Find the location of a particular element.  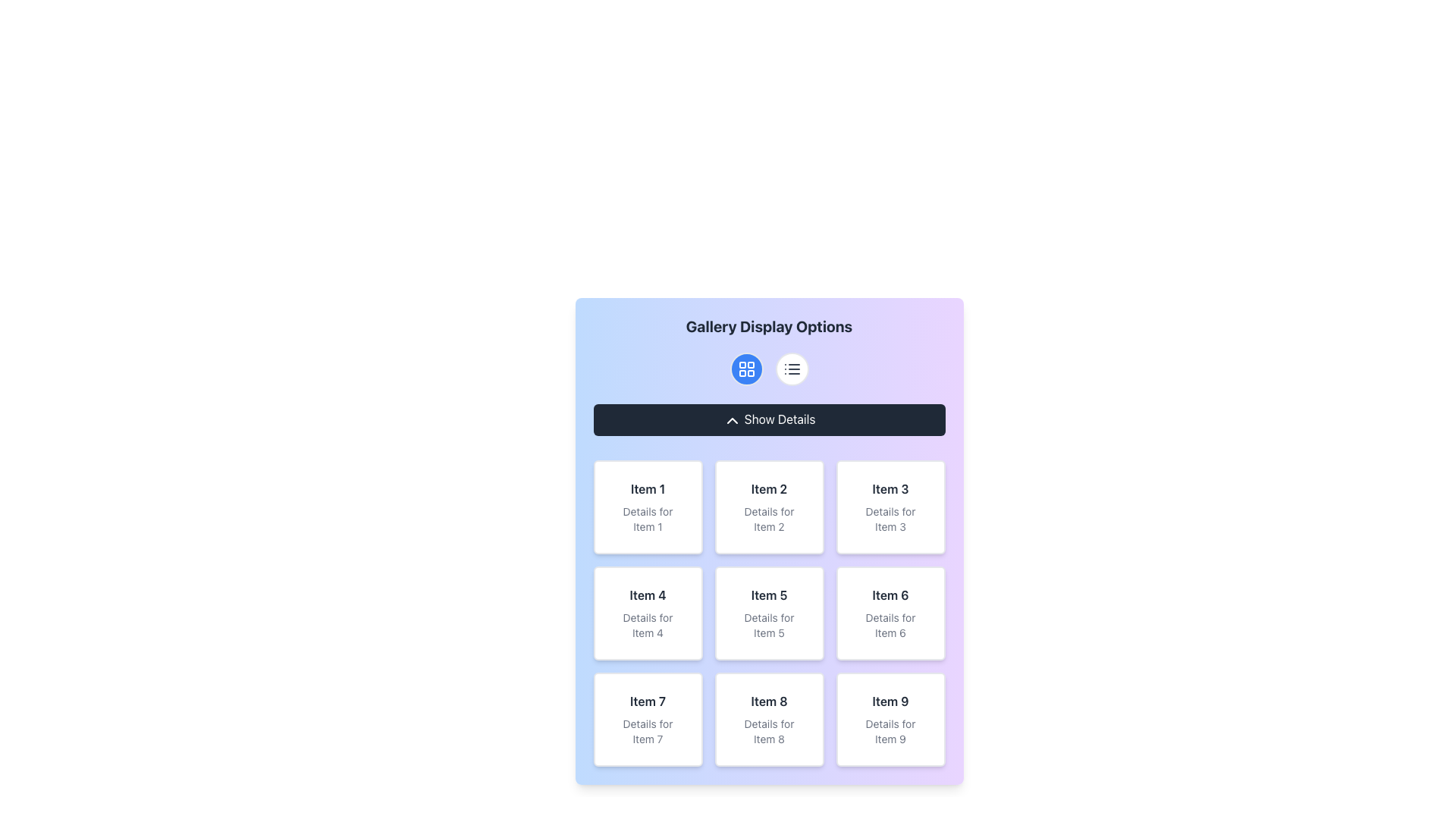

the SVG icon located to the right of the 'Show Details' button is located at coordinates (732, 420).